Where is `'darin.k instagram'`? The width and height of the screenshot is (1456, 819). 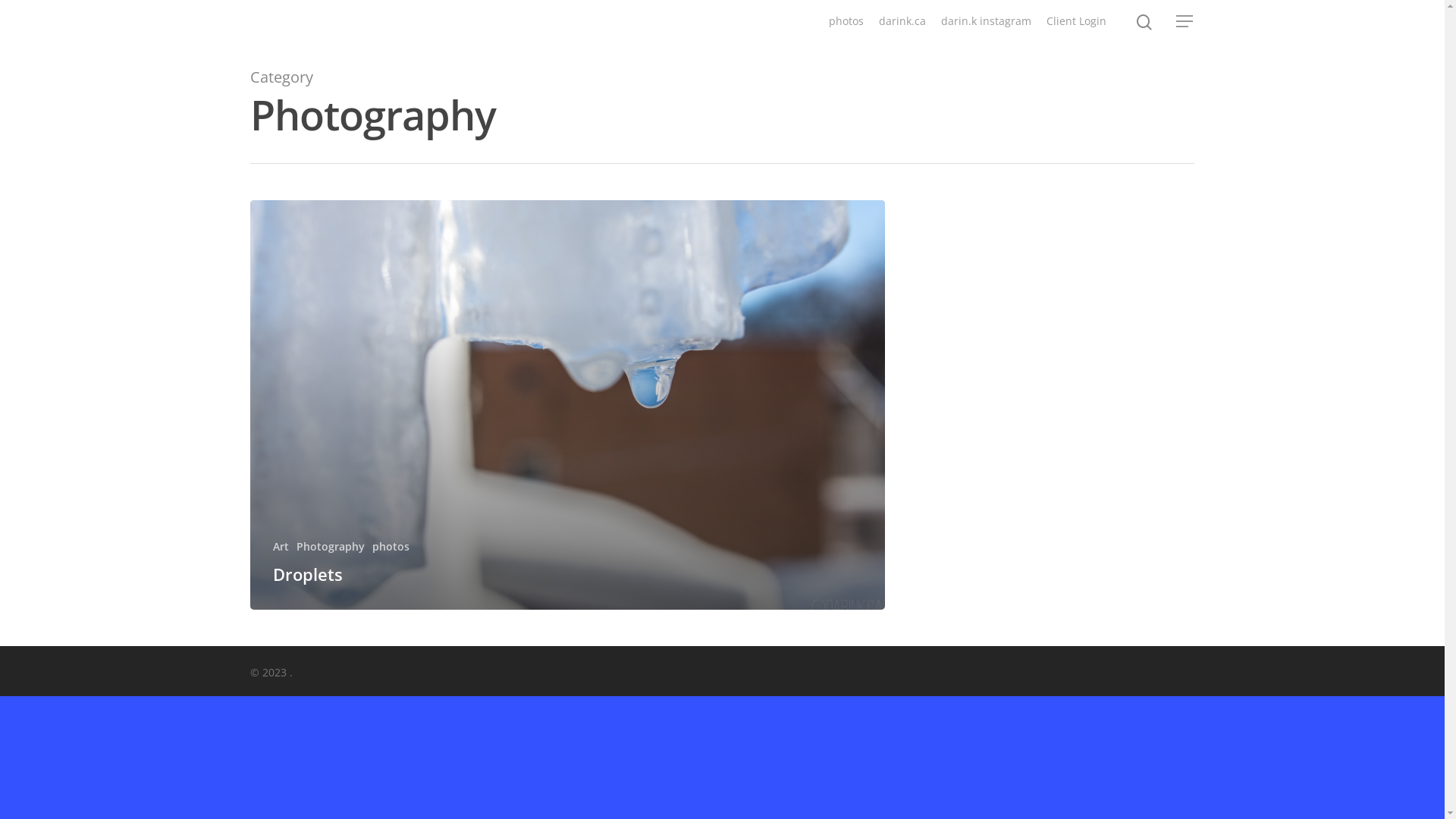
'darin.k instagram' is located at coordinates (986, 20).